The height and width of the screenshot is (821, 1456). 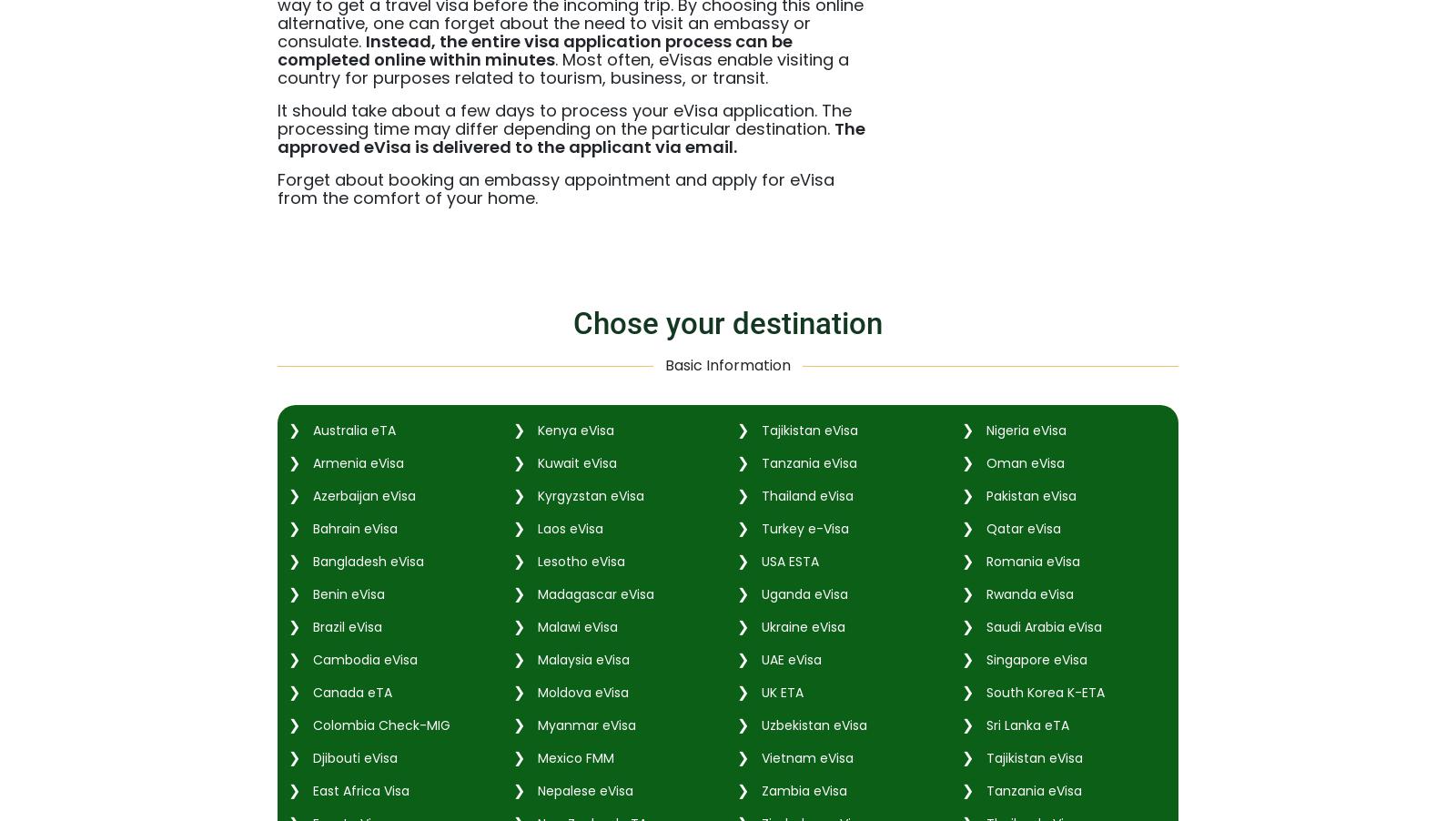 What do you see at coordinates (309, 789) in the screenshot?
I see `'East Africa Visa'` at bounding box center [309, 789].